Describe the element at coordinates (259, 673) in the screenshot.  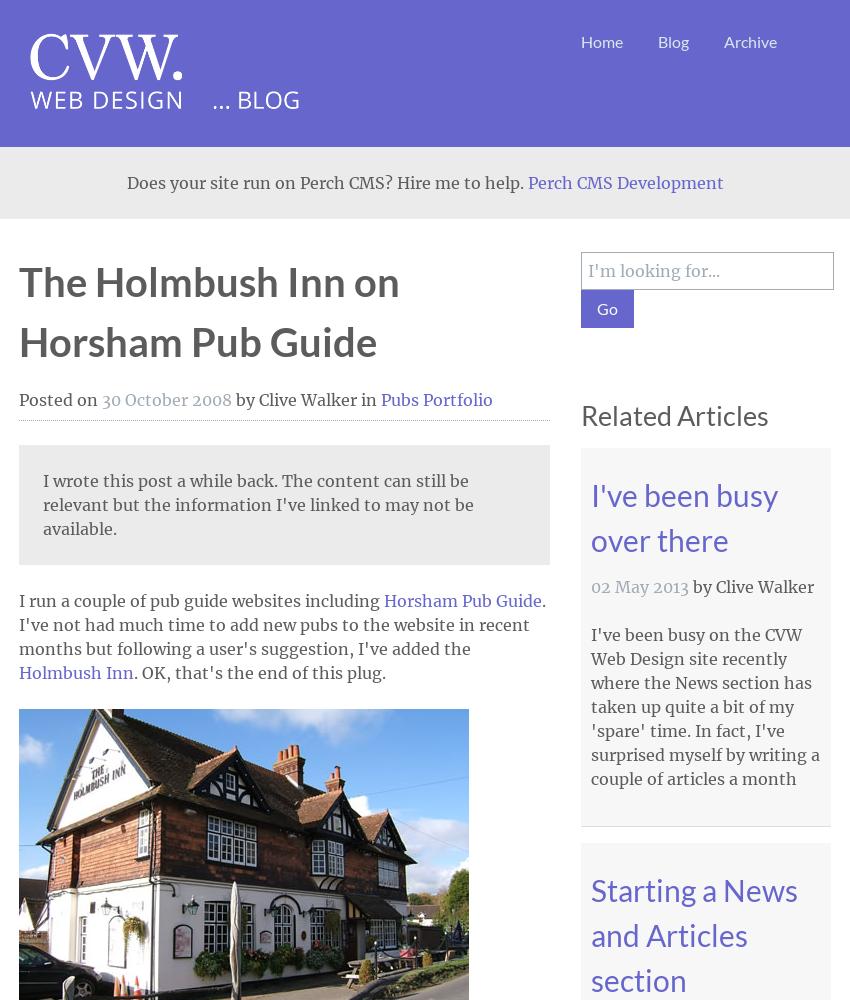
I see `'. OK, that's the end of this plug.'` at that location.